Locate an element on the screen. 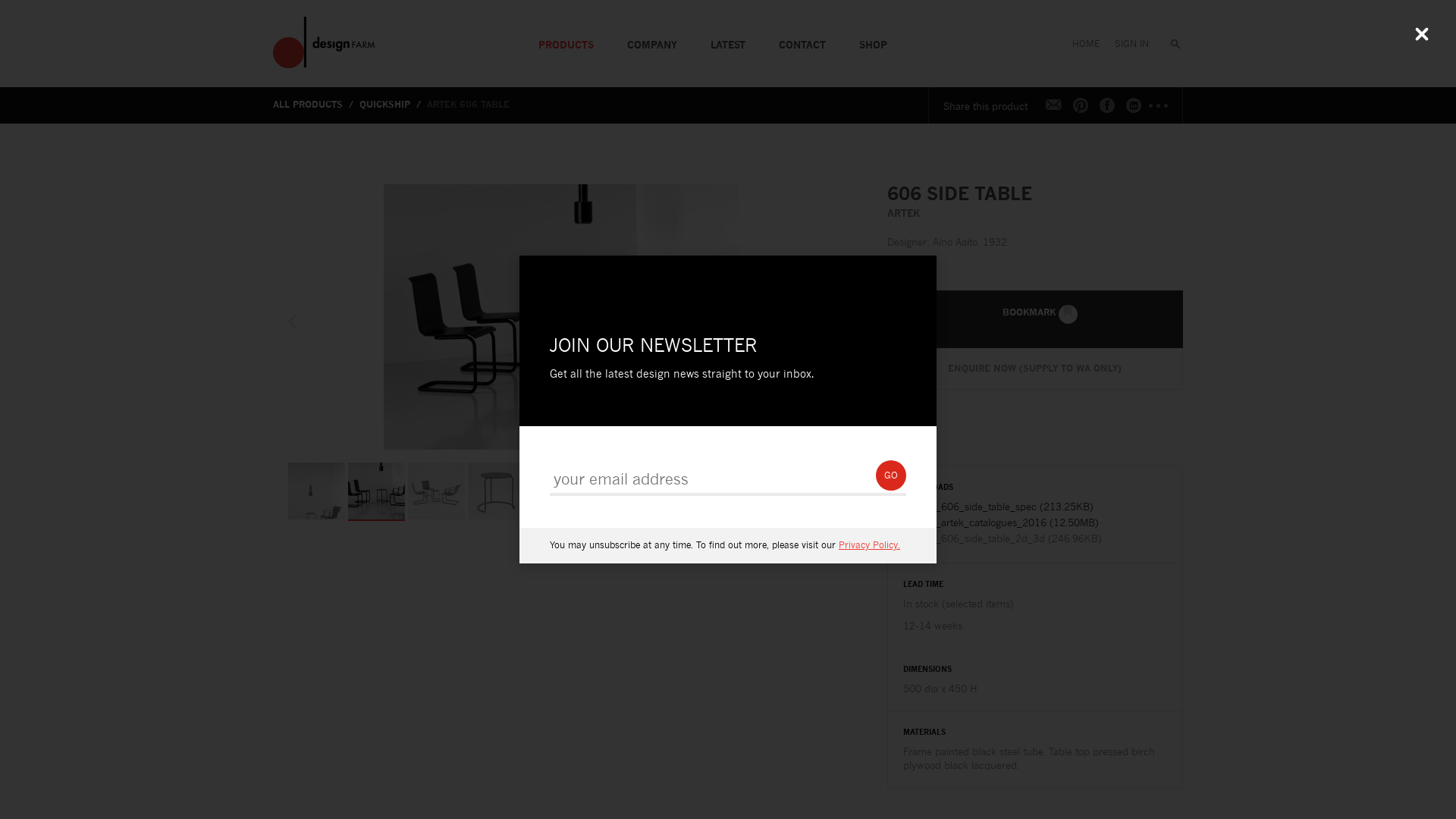 The width and height of the screenshot is (1456, 819). 'HOME' is located at coordinates (1084, 37).